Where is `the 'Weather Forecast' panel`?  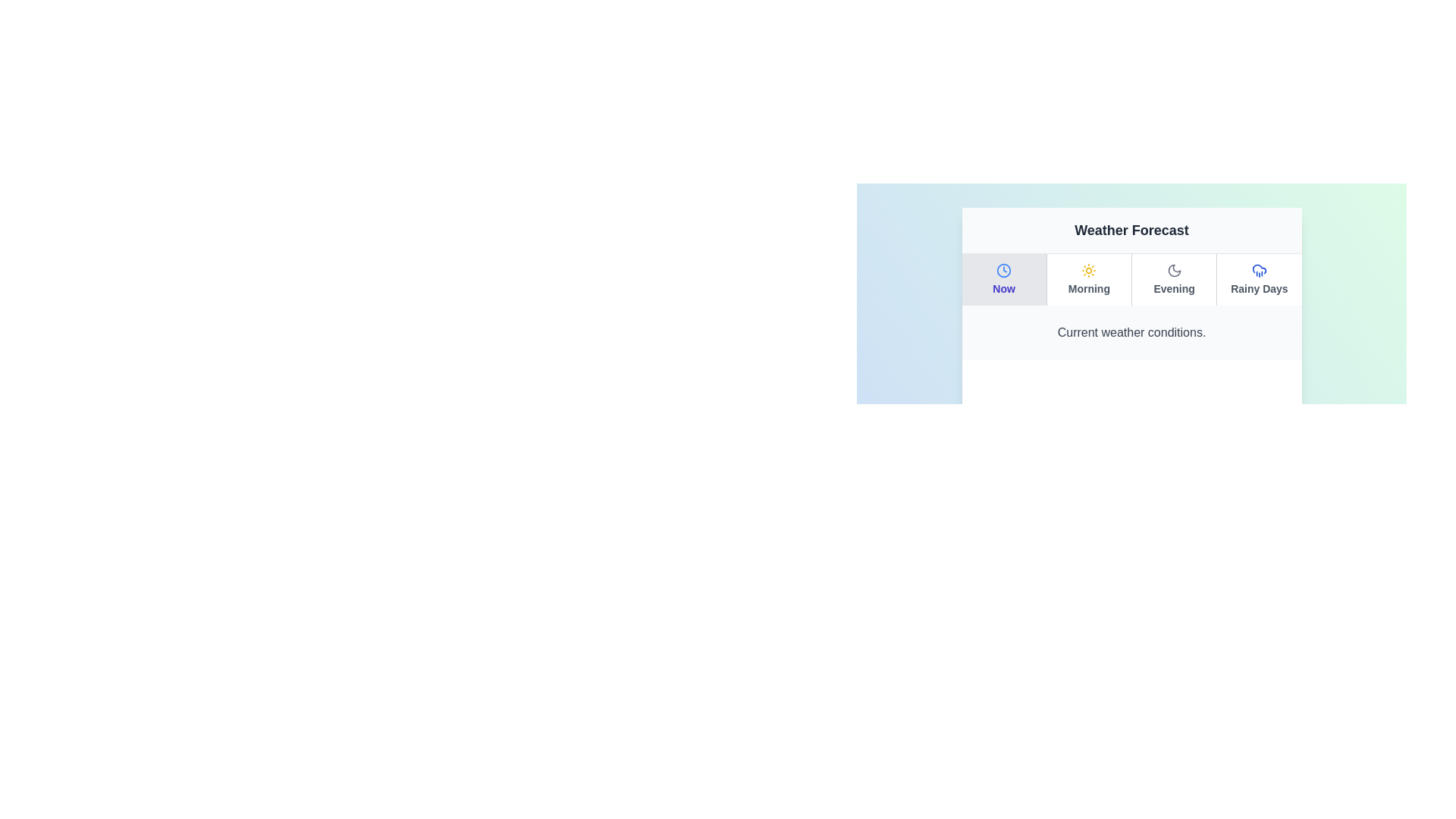 the 'Weather Forecast' panel is located at coordinates (1131, 284).